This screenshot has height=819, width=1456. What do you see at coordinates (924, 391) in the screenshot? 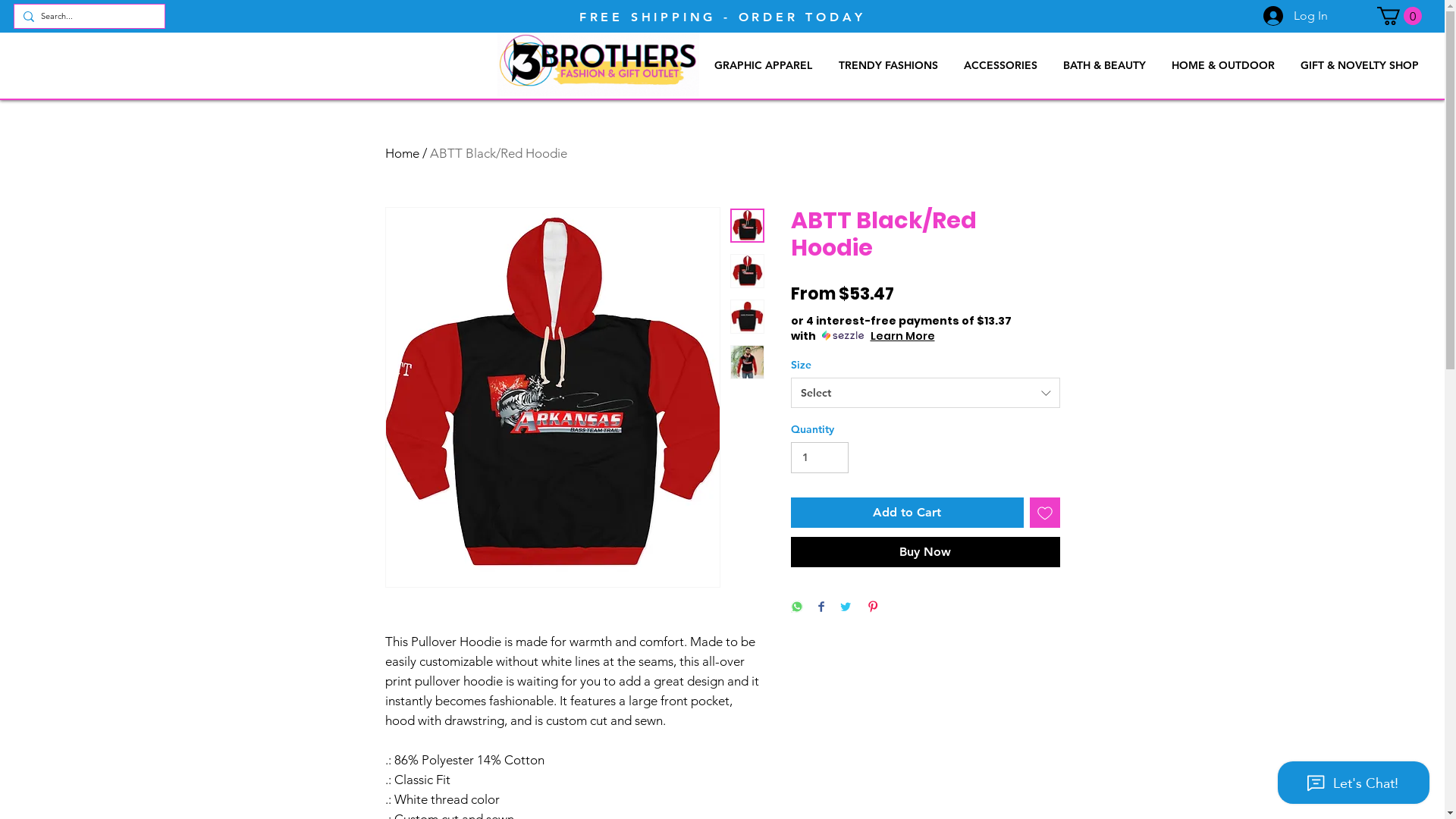
I see `'Select'` at bounding box center [924, 391].